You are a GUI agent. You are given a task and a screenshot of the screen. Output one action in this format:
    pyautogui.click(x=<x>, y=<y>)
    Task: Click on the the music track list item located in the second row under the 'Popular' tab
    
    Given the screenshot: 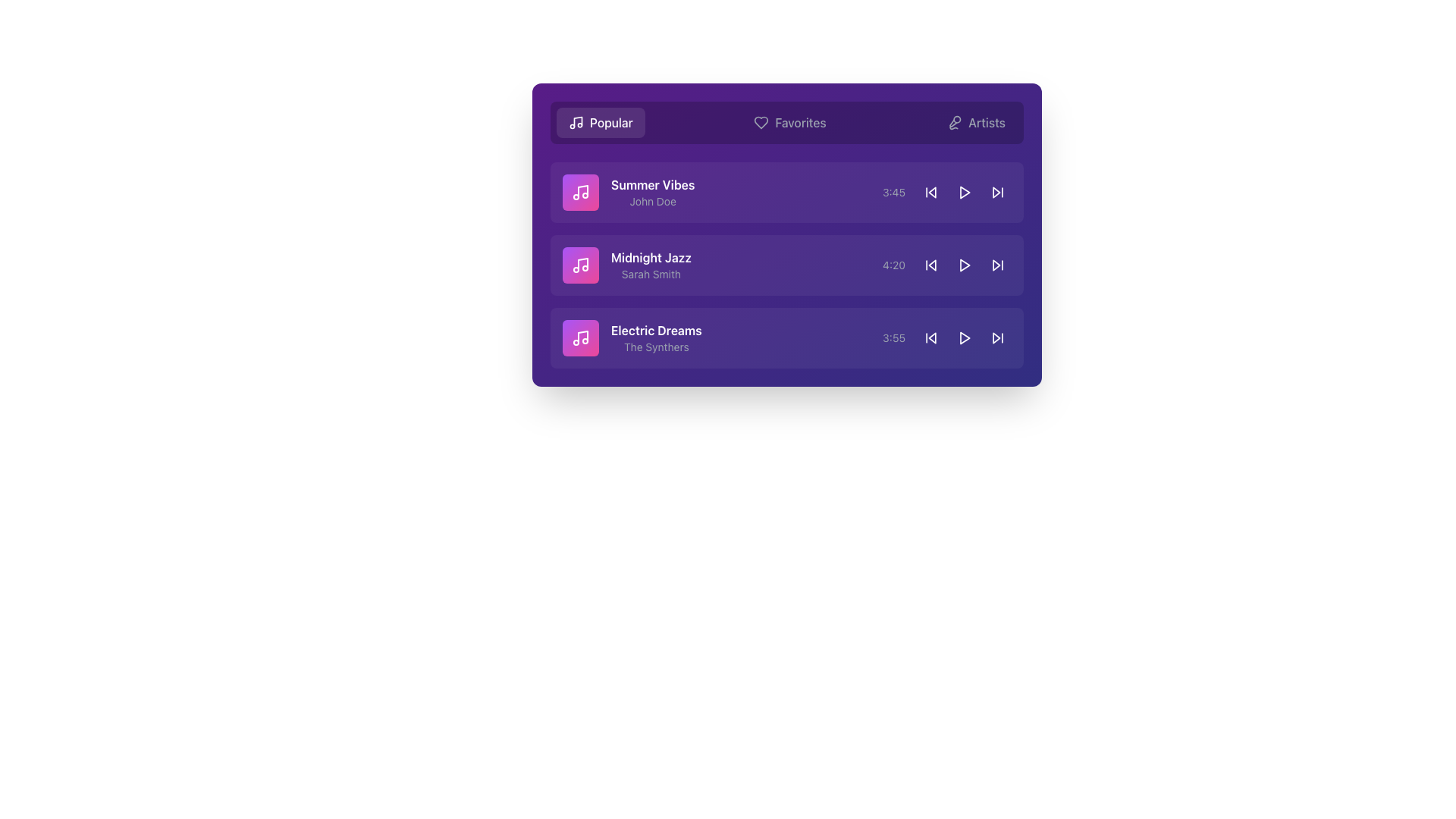 What is the action you would take?
    pyautogui.click(x=786, y=265)
    